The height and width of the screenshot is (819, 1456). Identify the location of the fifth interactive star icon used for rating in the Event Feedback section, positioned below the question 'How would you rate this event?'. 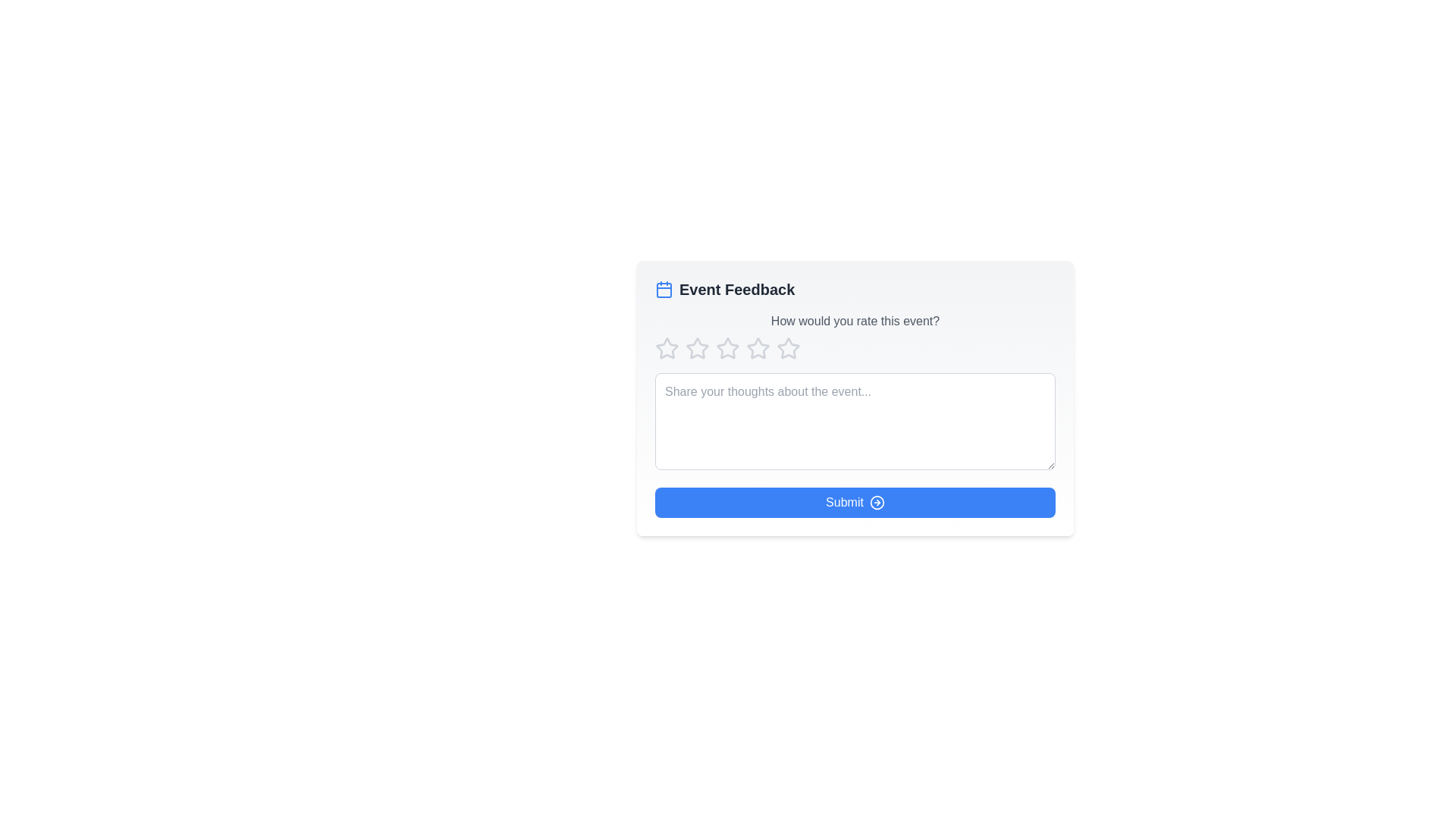
(789, 348).